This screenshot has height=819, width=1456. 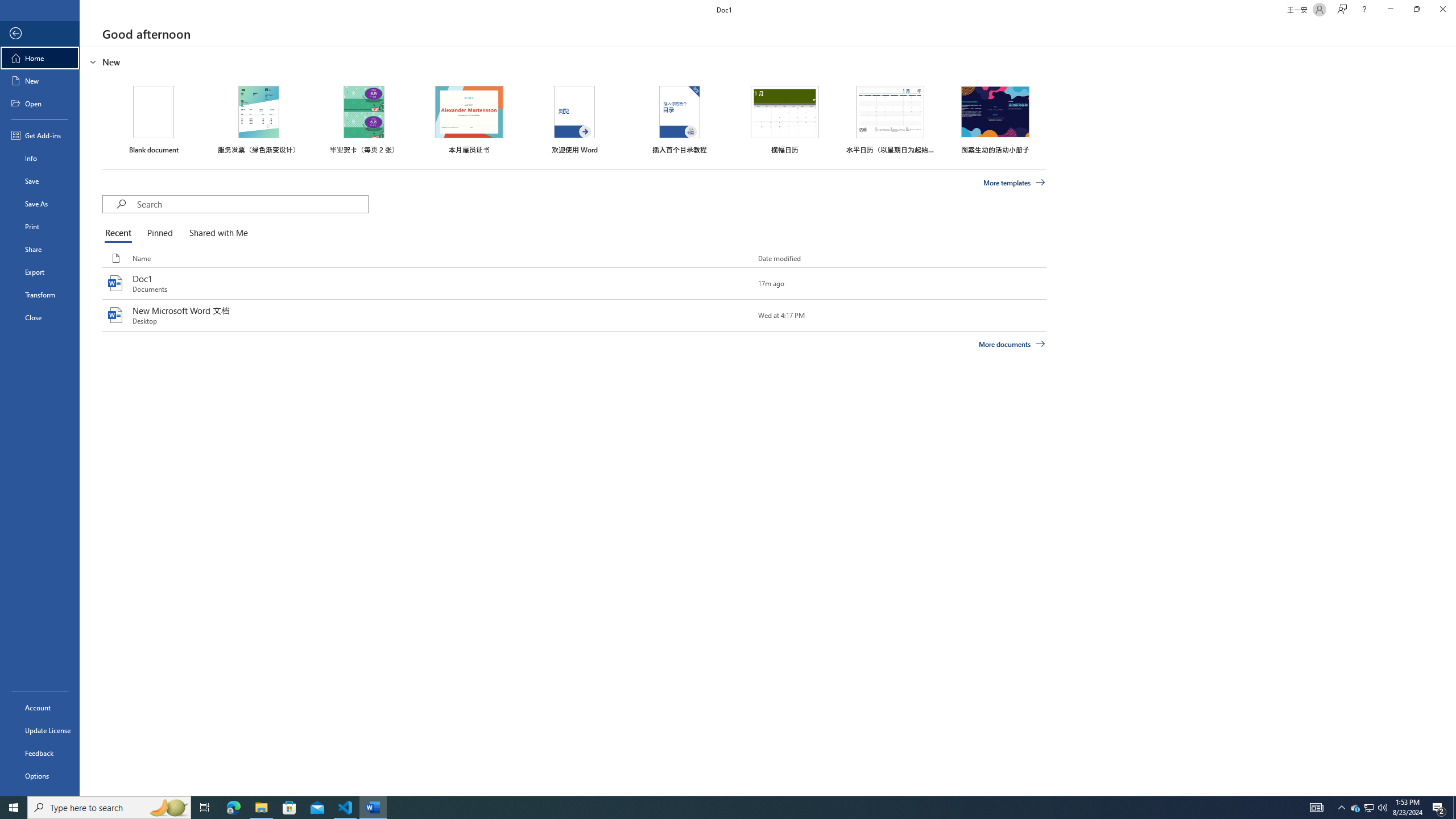 I want to click on 'Restore Down', so click(x=1416, y=9).